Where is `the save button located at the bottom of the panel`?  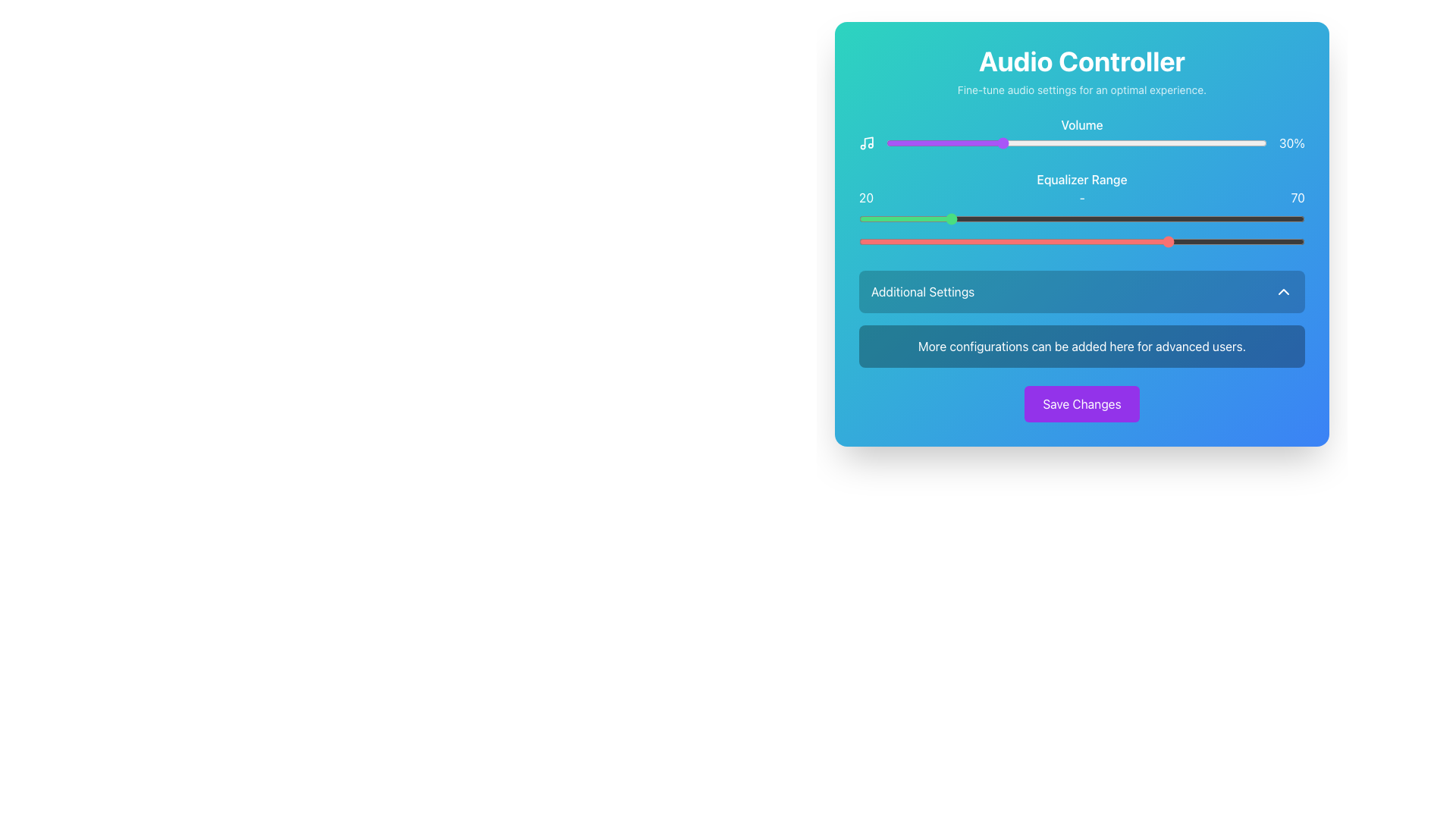
the save button located at the bottom of the panel is located at coordinates (1081, 403).